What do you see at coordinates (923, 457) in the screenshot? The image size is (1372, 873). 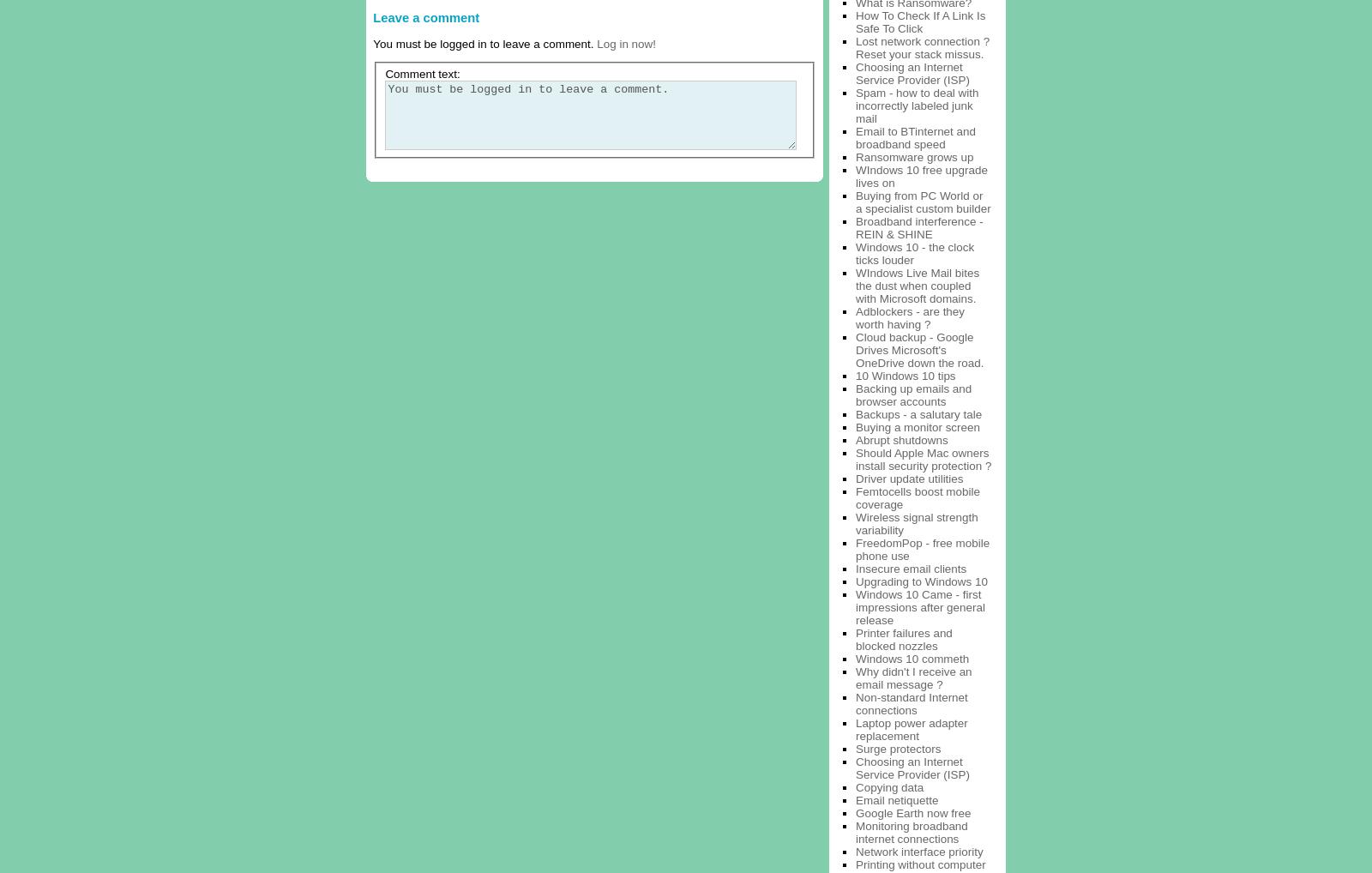 I see `'Should Apple Mac owners install security protection ?'` at bounding box center [923, 457].